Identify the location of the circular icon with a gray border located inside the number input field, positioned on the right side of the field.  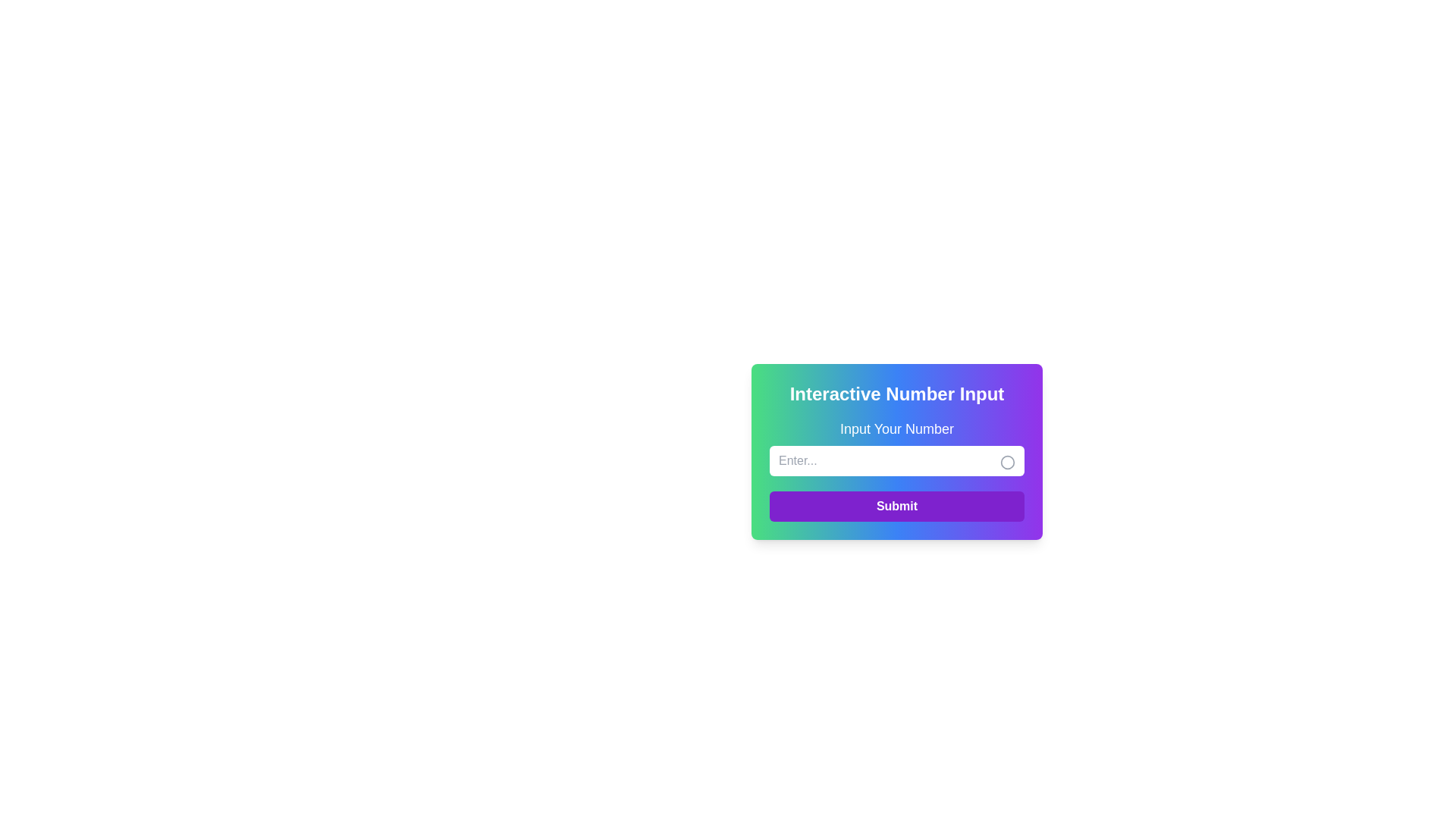
(1008, 461).